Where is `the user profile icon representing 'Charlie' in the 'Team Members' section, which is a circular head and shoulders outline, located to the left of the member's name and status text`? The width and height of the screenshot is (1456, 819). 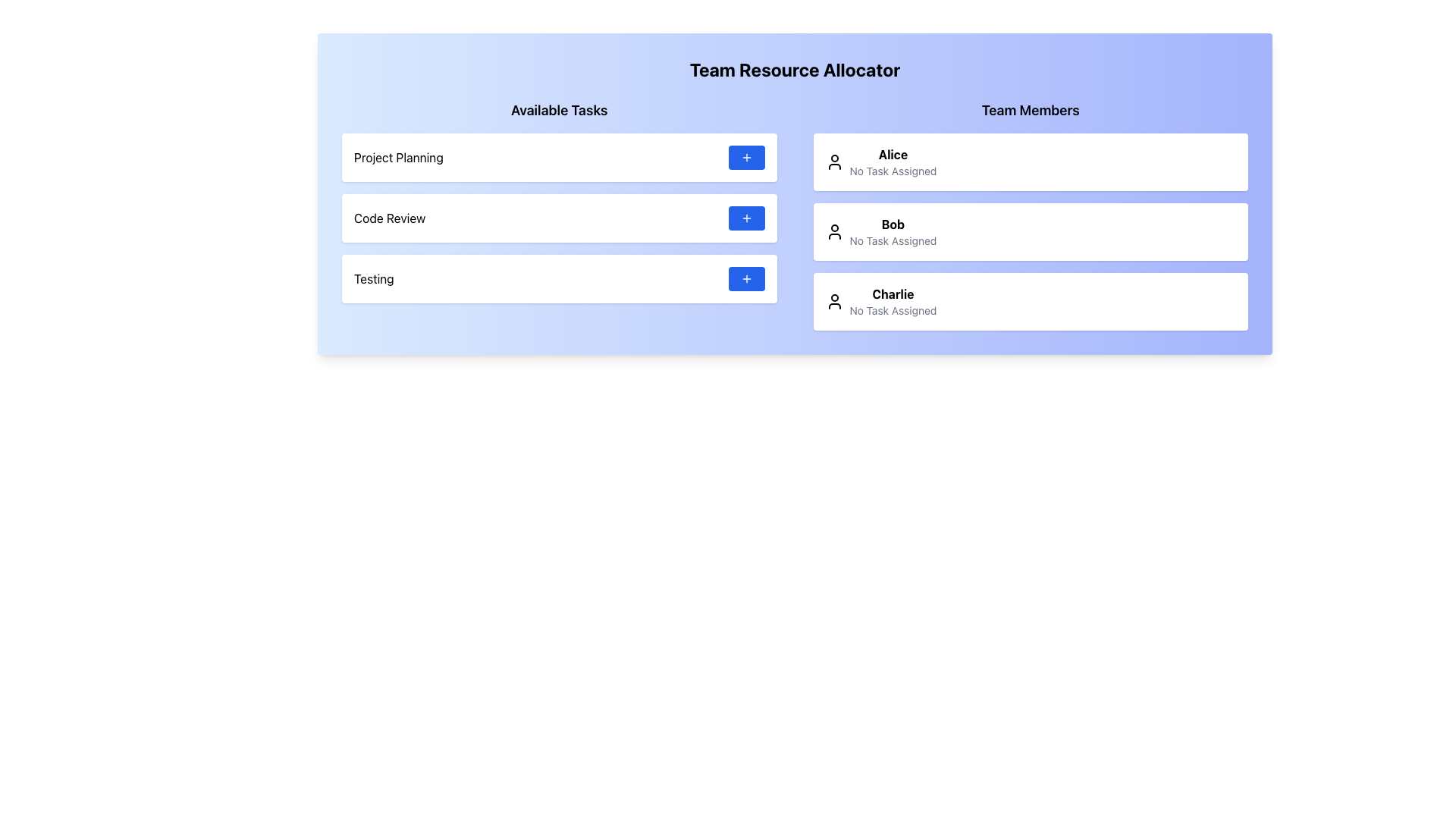 the user profile icon representing 'Charlie' in the 'Team Members' section, which is a circular head and shoulders outline, located to the left of the member's name and status text is located at coordinates (833, 301).